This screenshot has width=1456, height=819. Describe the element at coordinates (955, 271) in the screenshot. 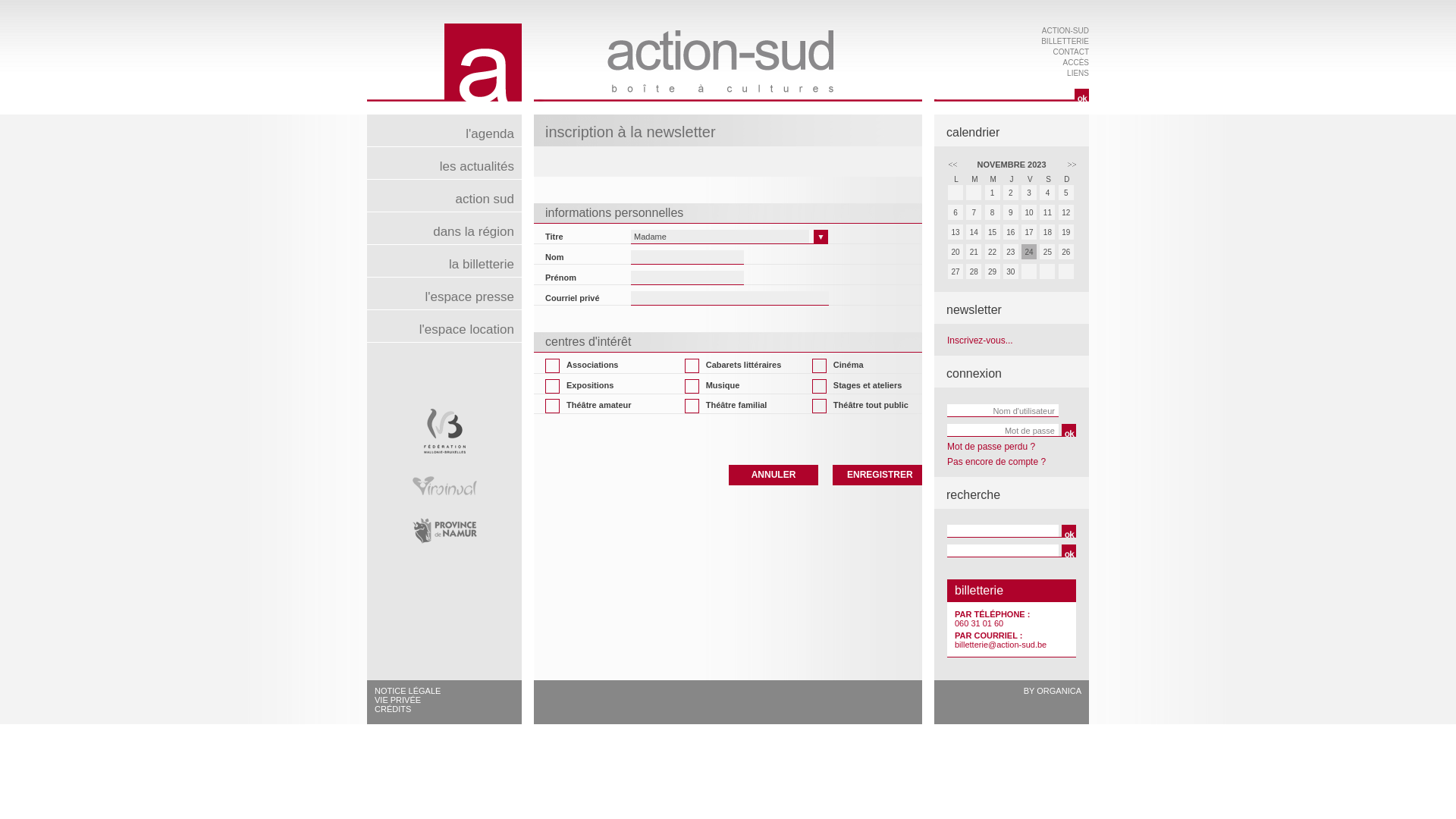

I see `'27'` at that location.